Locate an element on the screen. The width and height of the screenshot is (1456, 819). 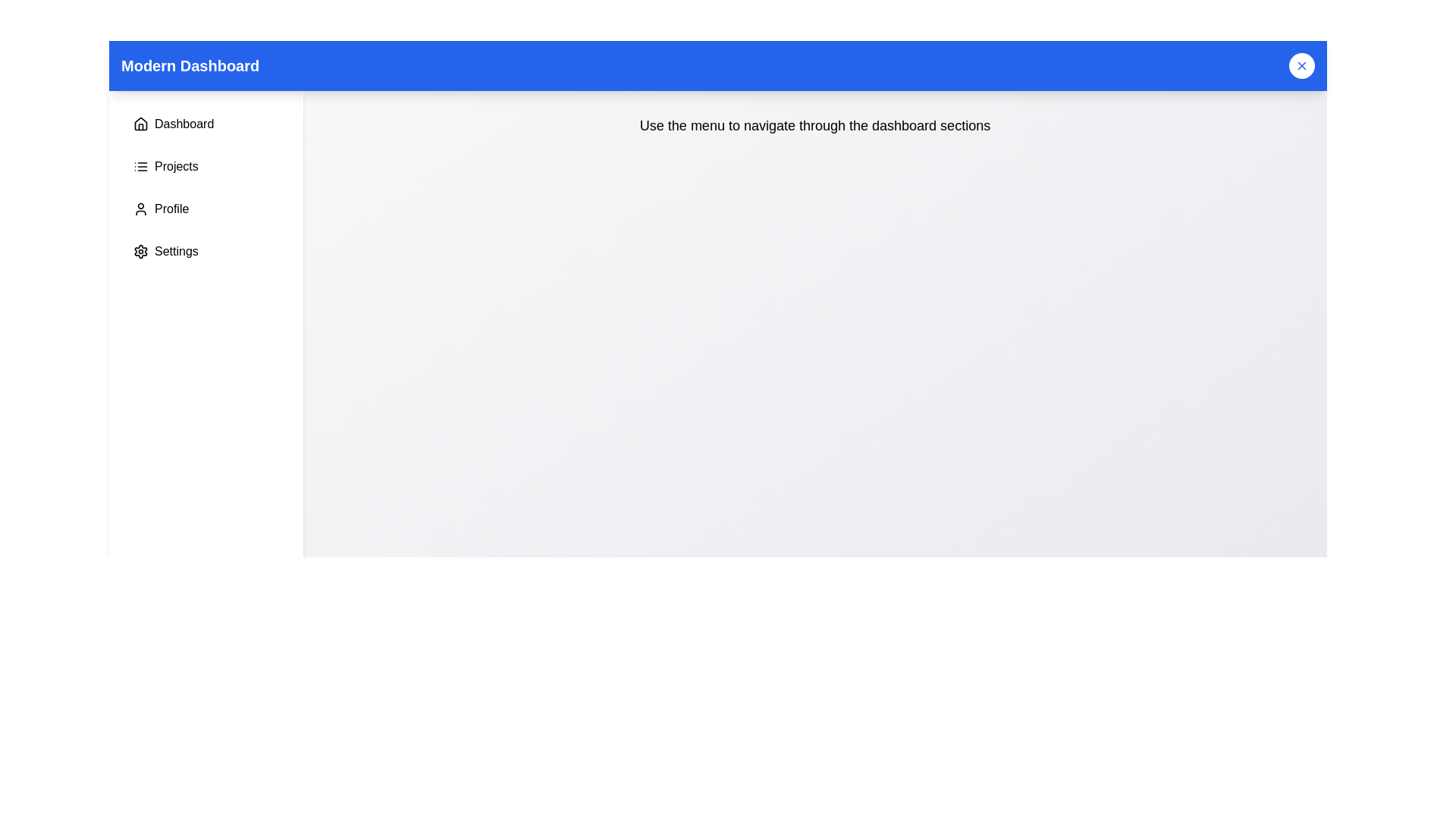
the 'Profile' icon located to the left of the 'Profile' text in the navigation menu is located at coordinates (141, 209).